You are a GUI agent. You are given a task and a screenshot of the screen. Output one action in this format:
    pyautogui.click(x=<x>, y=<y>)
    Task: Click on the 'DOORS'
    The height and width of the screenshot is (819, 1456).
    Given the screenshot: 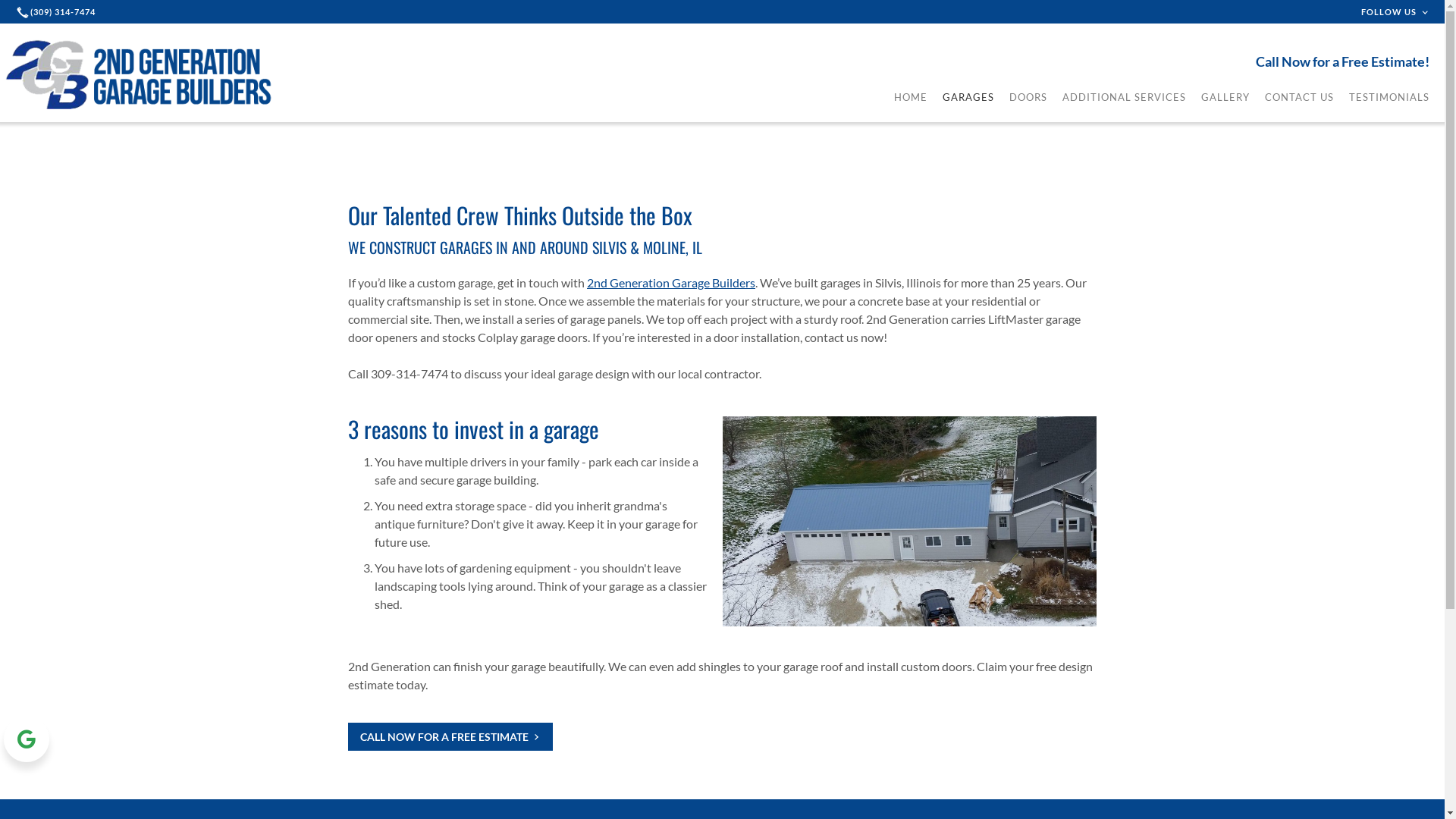 What is the action you would take?
    pyautogui.click(x=1028, y=96)
    